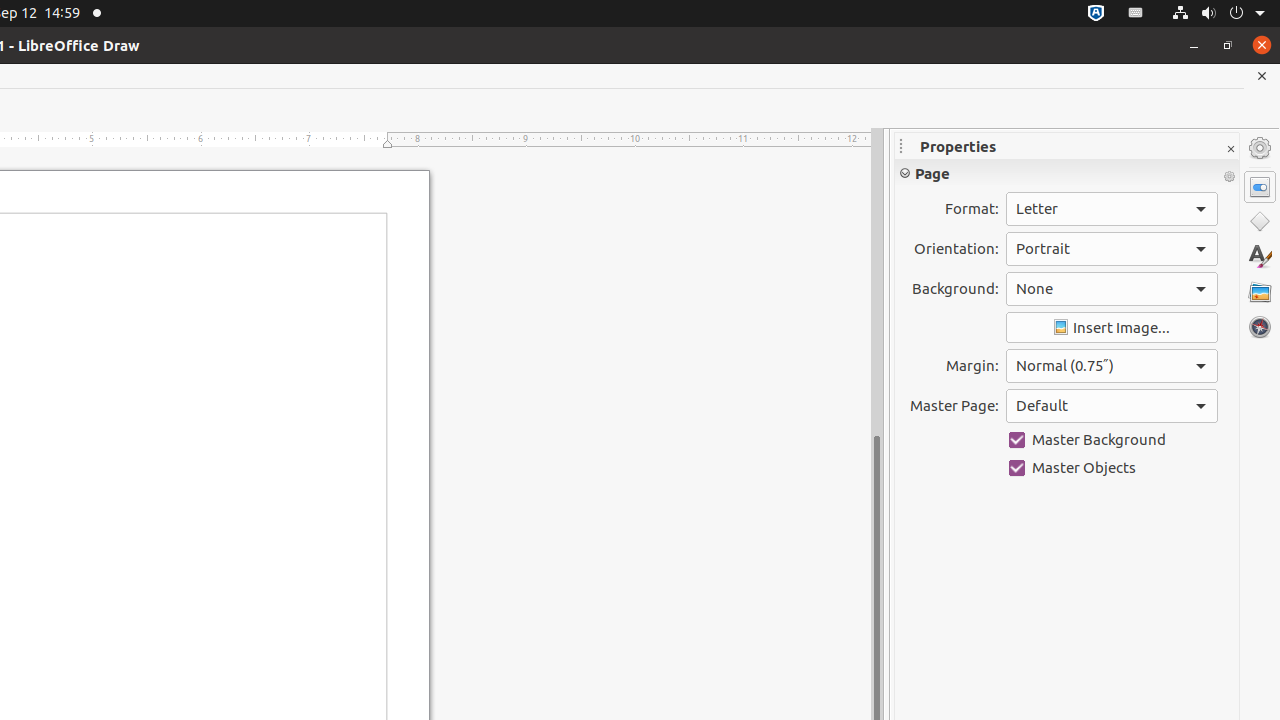 The width and height of the screenshot is (1280, 720). Describe the element at coordinates (1110, 326) in the screenshot. I see `'Insert Image'` at that location.